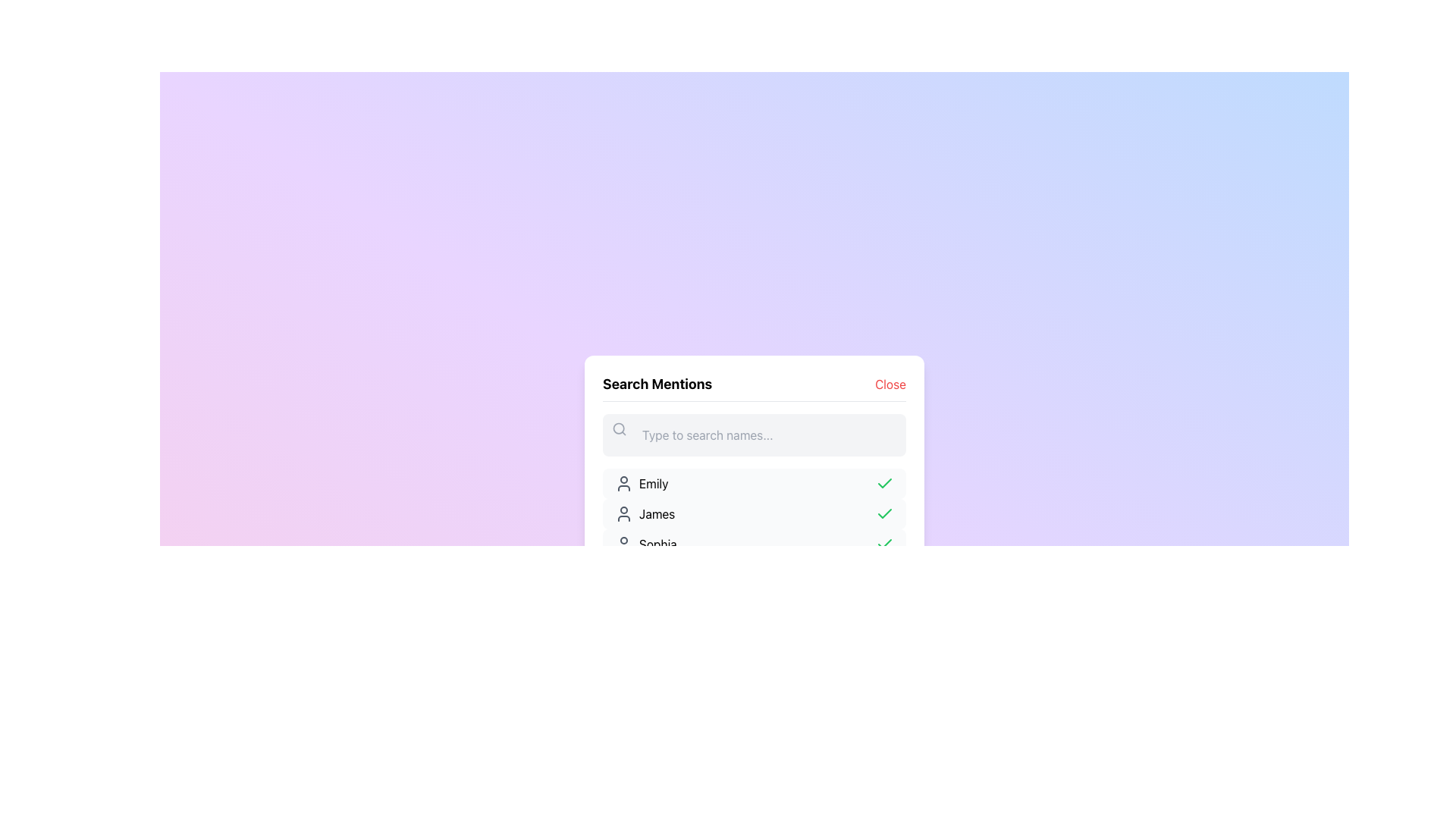 The height and width of the screenshot is (819, 1456). I want to click on the 'Search Mentions' text label, which is styled in bold and larger font at the top left of the panel, to check if tooltips appear, so click(657, 383).